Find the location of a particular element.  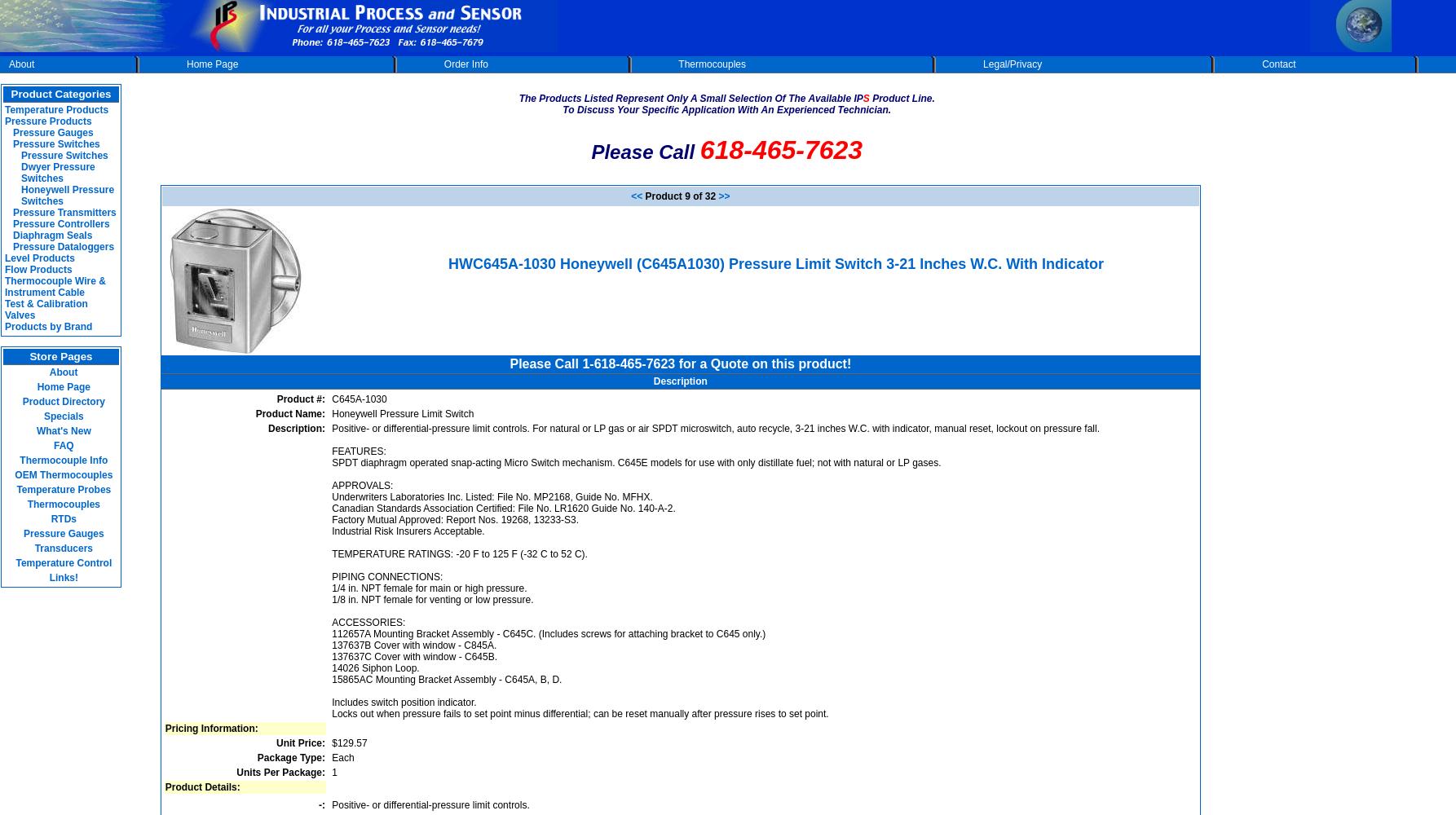

'1/4 in. NPT female for main or high pressure.' is located at coordinates (428, 587).